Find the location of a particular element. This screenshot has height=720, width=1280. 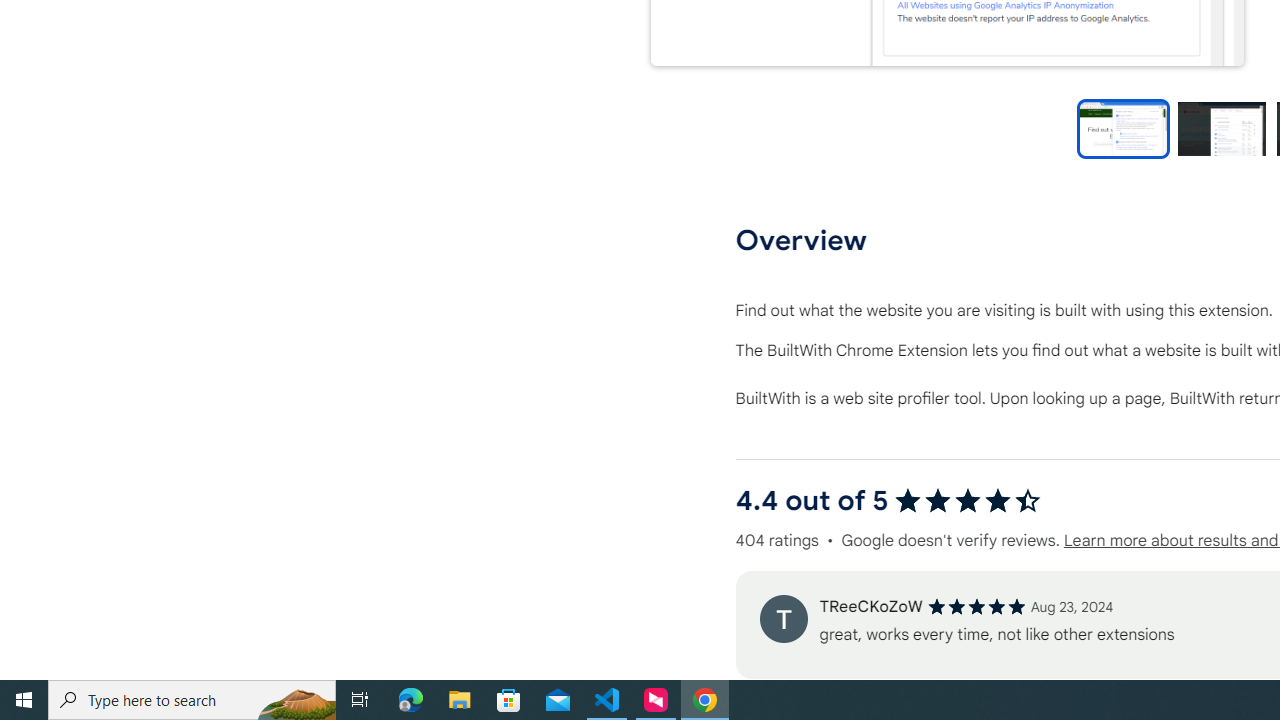

'4.4 out of 5 stars' is located at coordinates (967, 499).